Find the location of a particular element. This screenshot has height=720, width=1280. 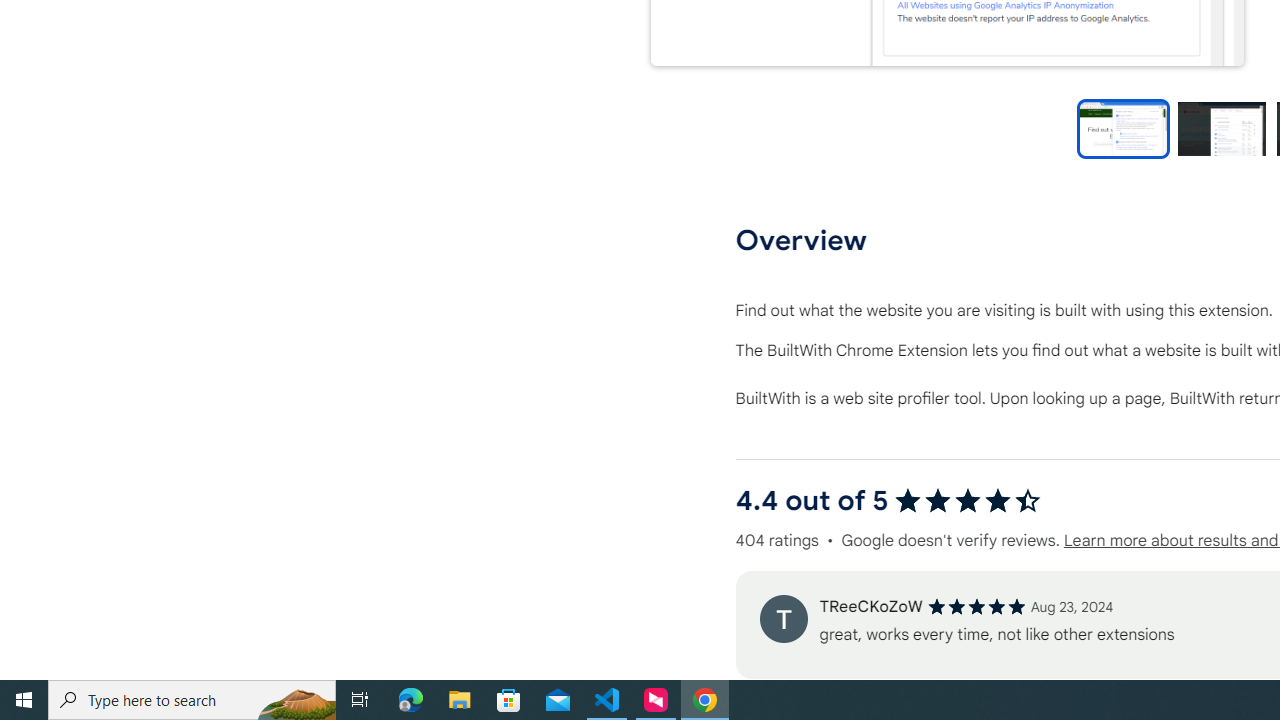

'4.4 out of 5 stars' is located at coordinates (967, 499).